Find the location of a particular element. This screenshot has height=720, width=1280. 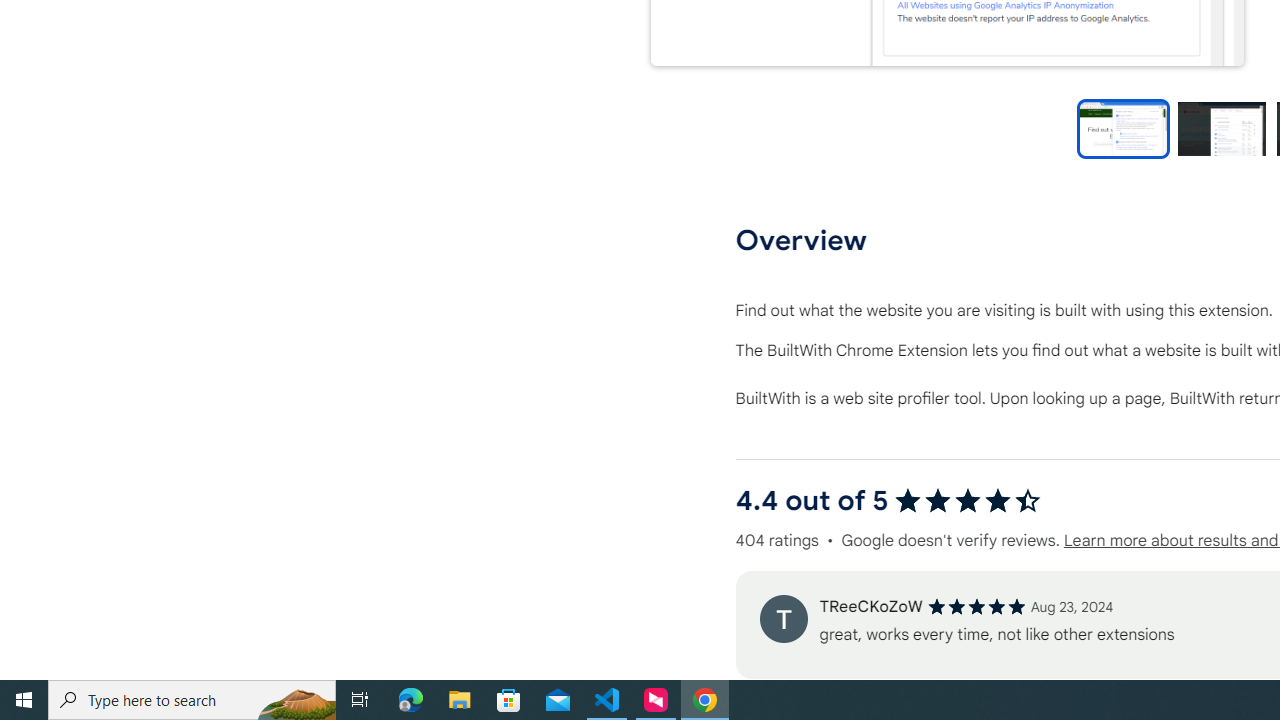

'4.4 out of 5 stars' is located at coordinates (967, 499).